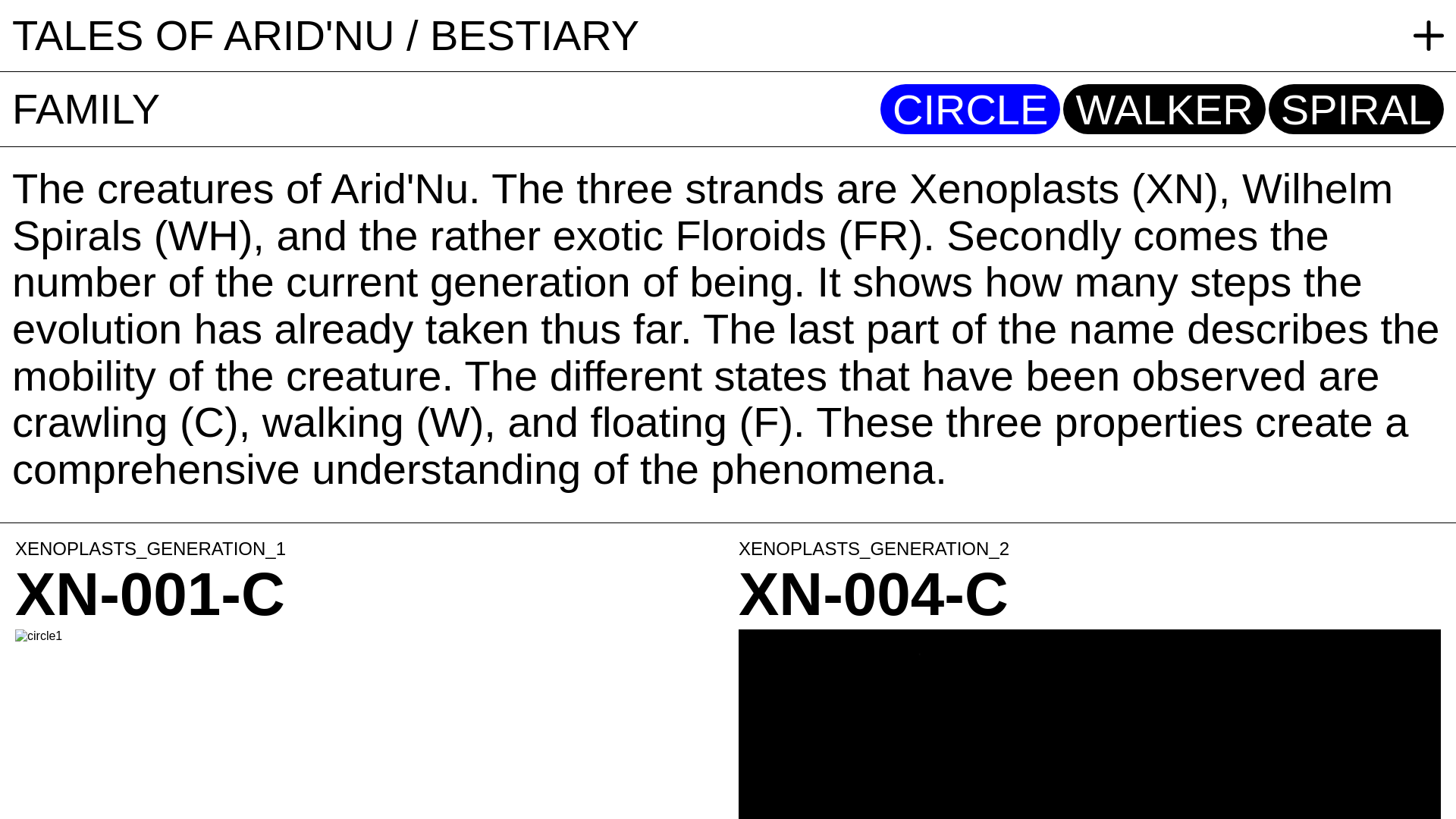 The height and width of the screenshot is (819, 1456). I want to click on 'SPIRAL', so click(1356, 108).